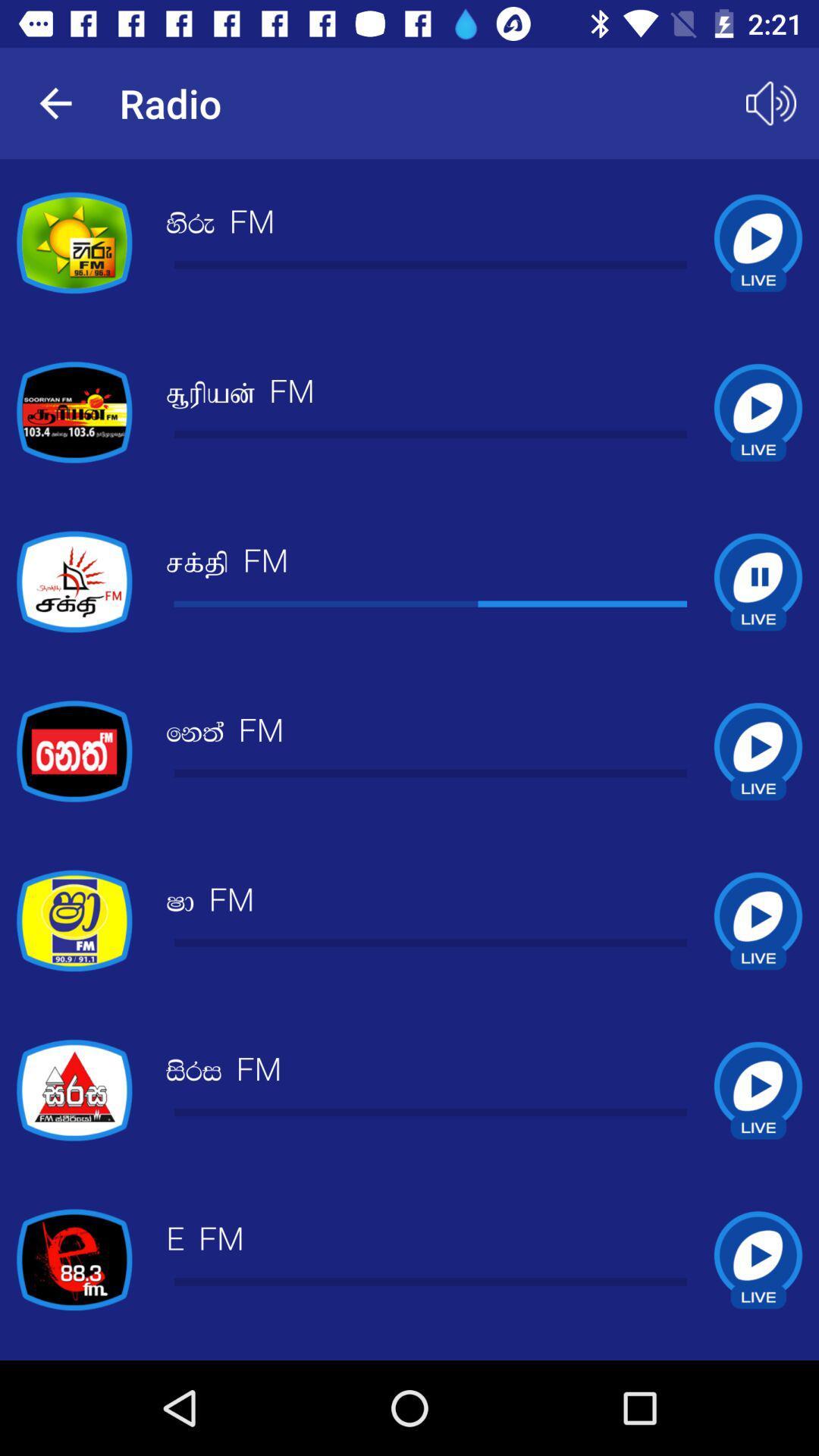  Describe the element at coordinates (55, 102) in the screenshot. I see `the item next to radio item` at that location.